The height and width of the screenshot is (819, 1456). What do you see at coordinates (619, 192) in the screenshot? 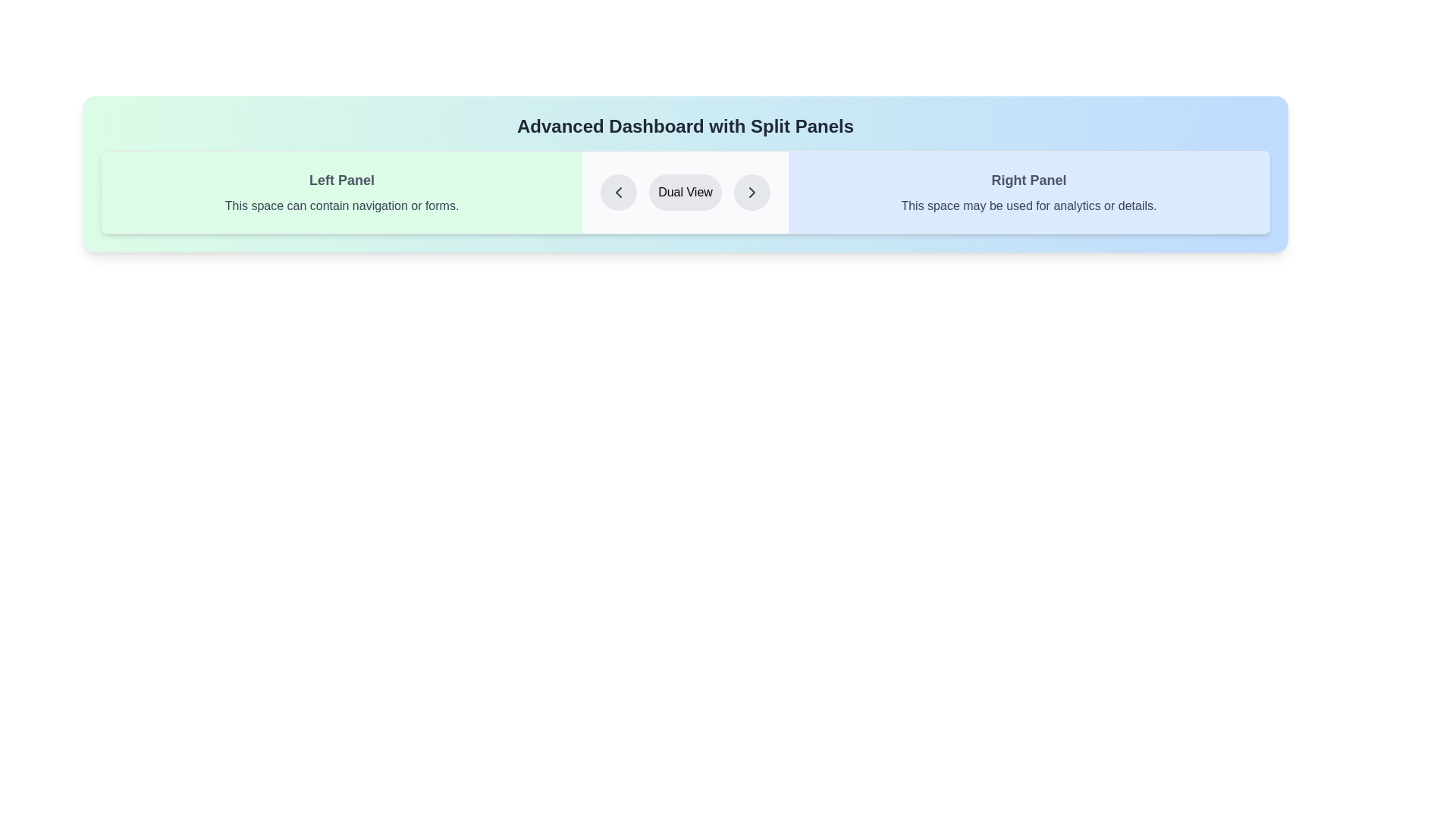
I see `the keyboard navigation on the Icon inside the button that represents a back action, located in the top navigation bar between the 'Left Panel' and 'Right Panel' areas` at bounding box center [619, 192].